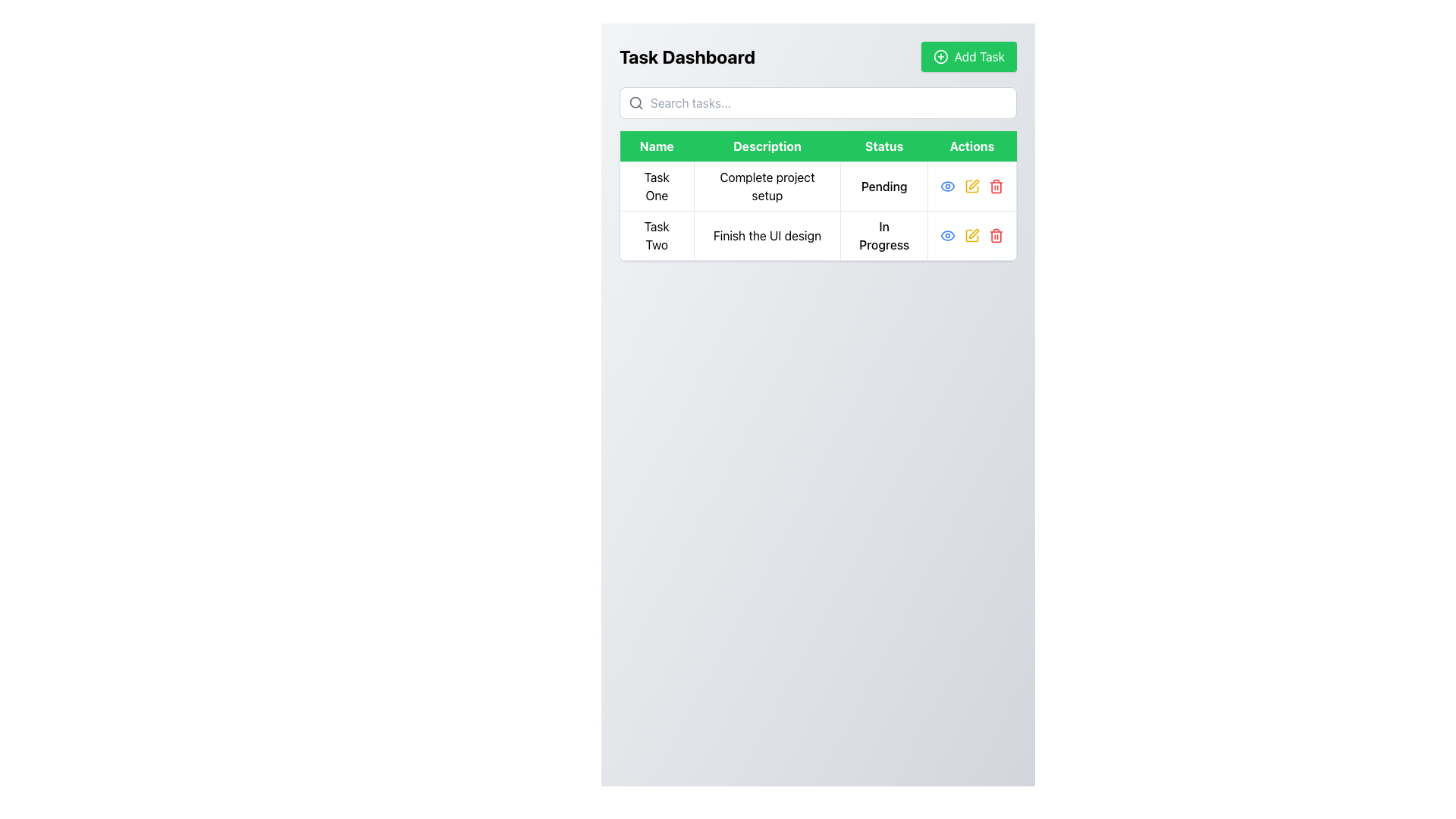  I want to click on the 'In Progress' static text label located in the 'Status' column of the second row in the task management table, so click(884, 236).